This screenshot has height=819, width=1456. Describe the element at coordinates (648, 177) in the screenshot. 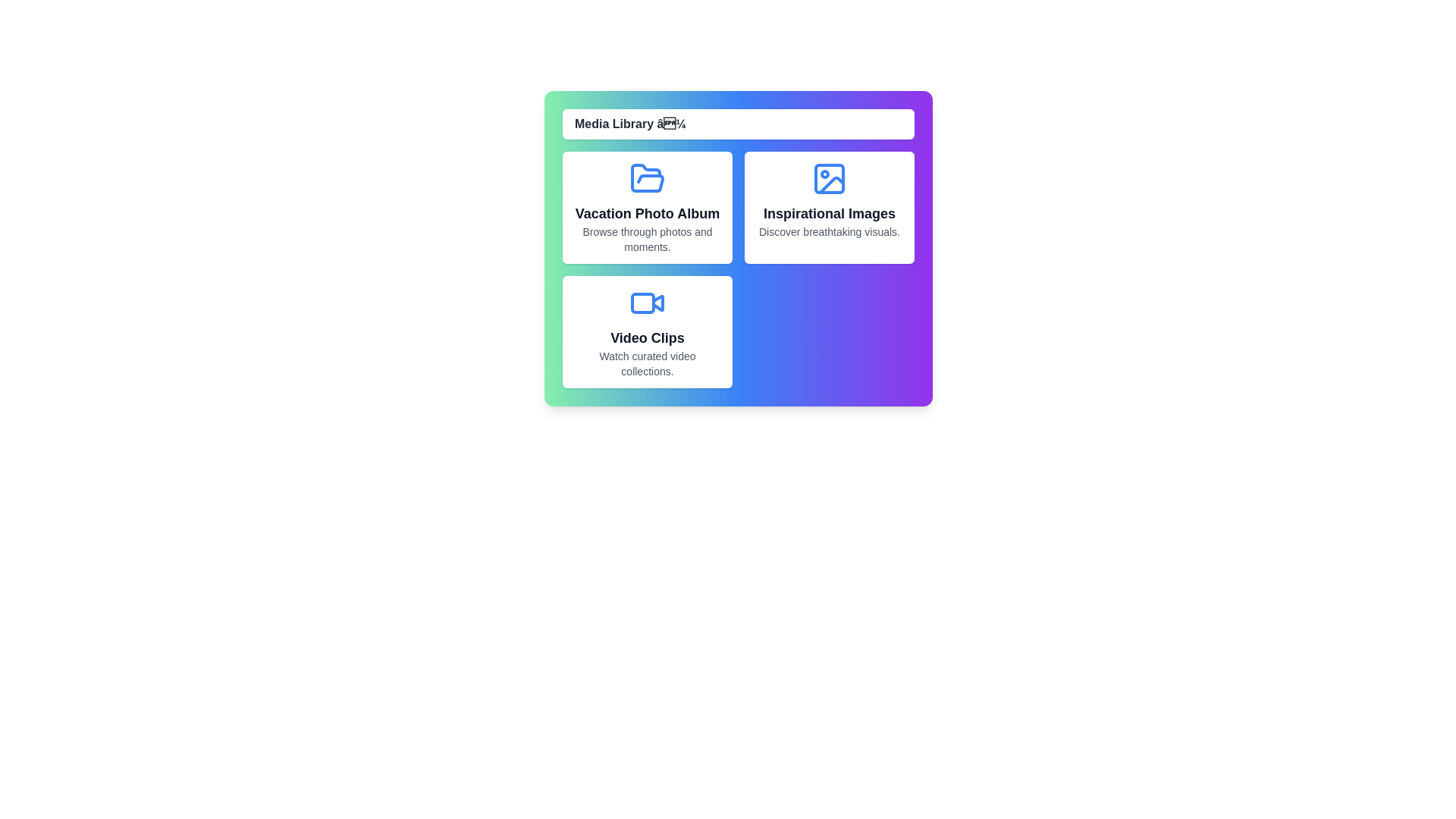

I see `the icon of the media item Vacation Photo Album` at that location.